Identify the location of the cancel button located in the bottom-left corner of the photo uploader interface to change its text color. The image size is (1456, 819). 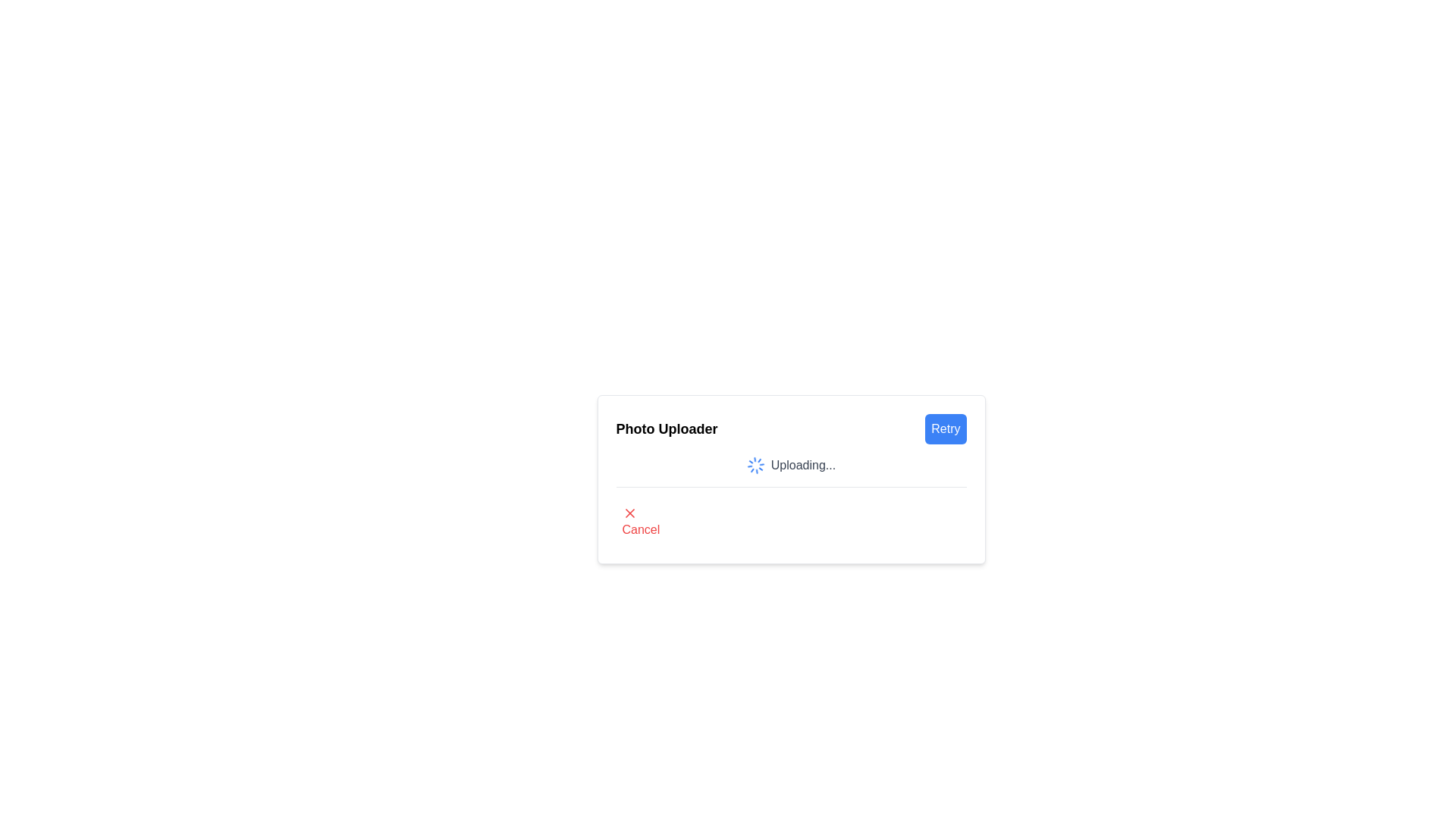
(641, 522).